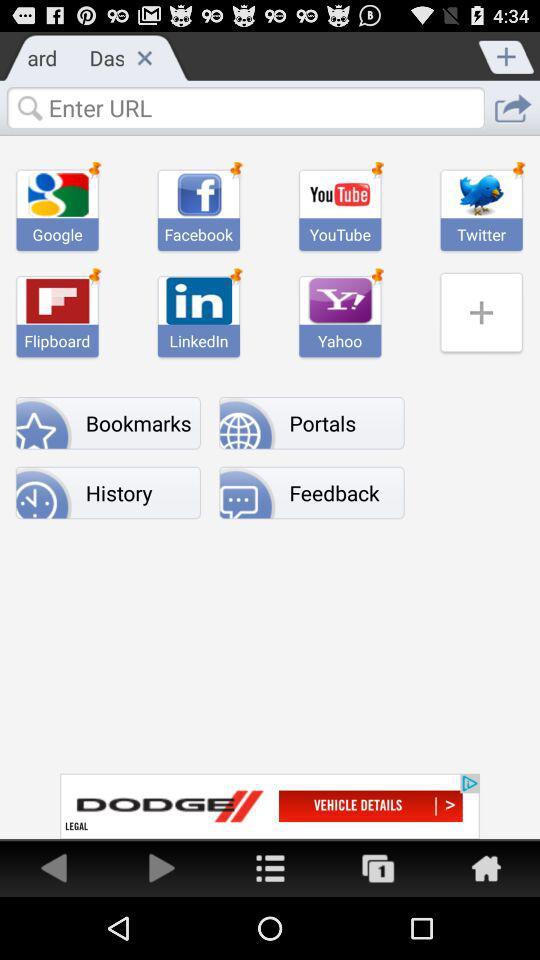  I want to click on go forward, so click(161, 866).